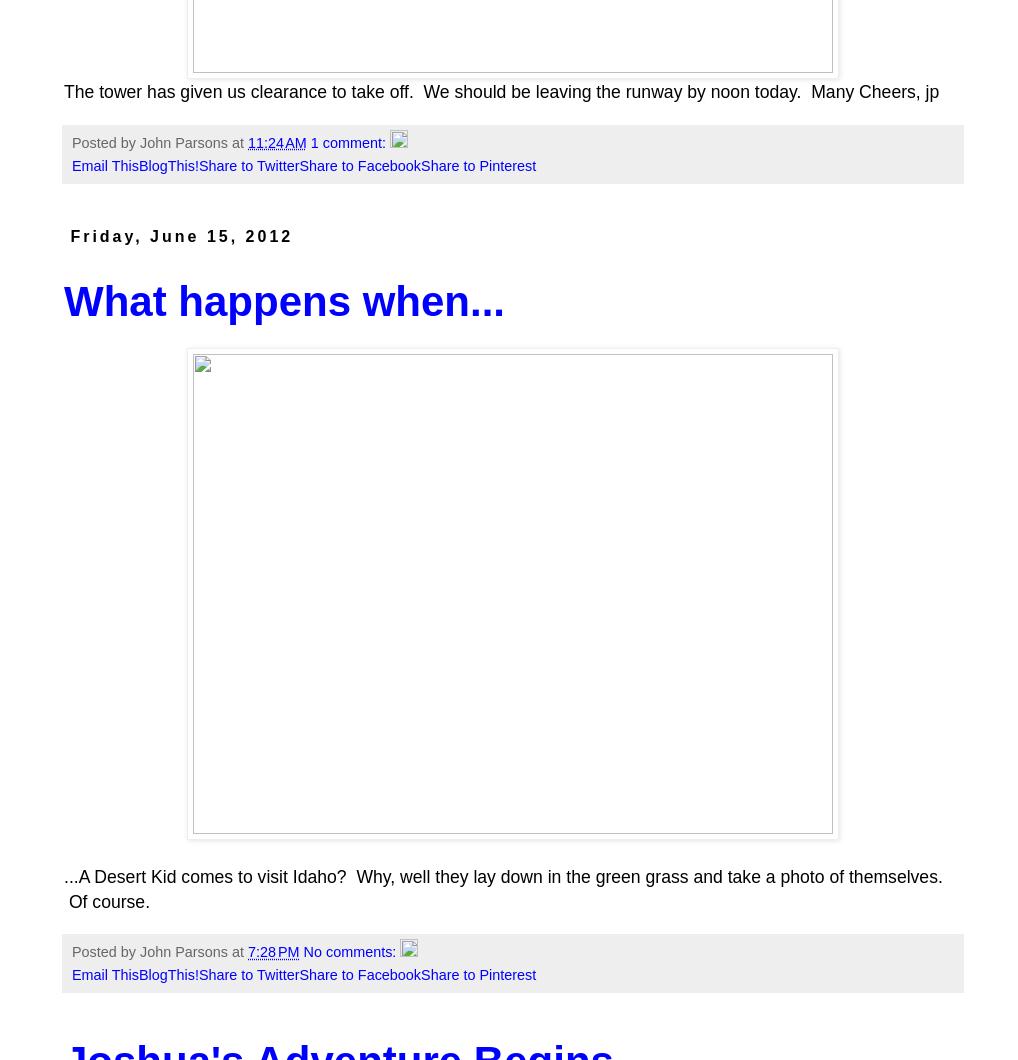 The image size is (1018, 1060). What do you see at coordinates (276, 141) in the screenshot?
I see `'11:24 AM'` at bounding box center [276, 141].